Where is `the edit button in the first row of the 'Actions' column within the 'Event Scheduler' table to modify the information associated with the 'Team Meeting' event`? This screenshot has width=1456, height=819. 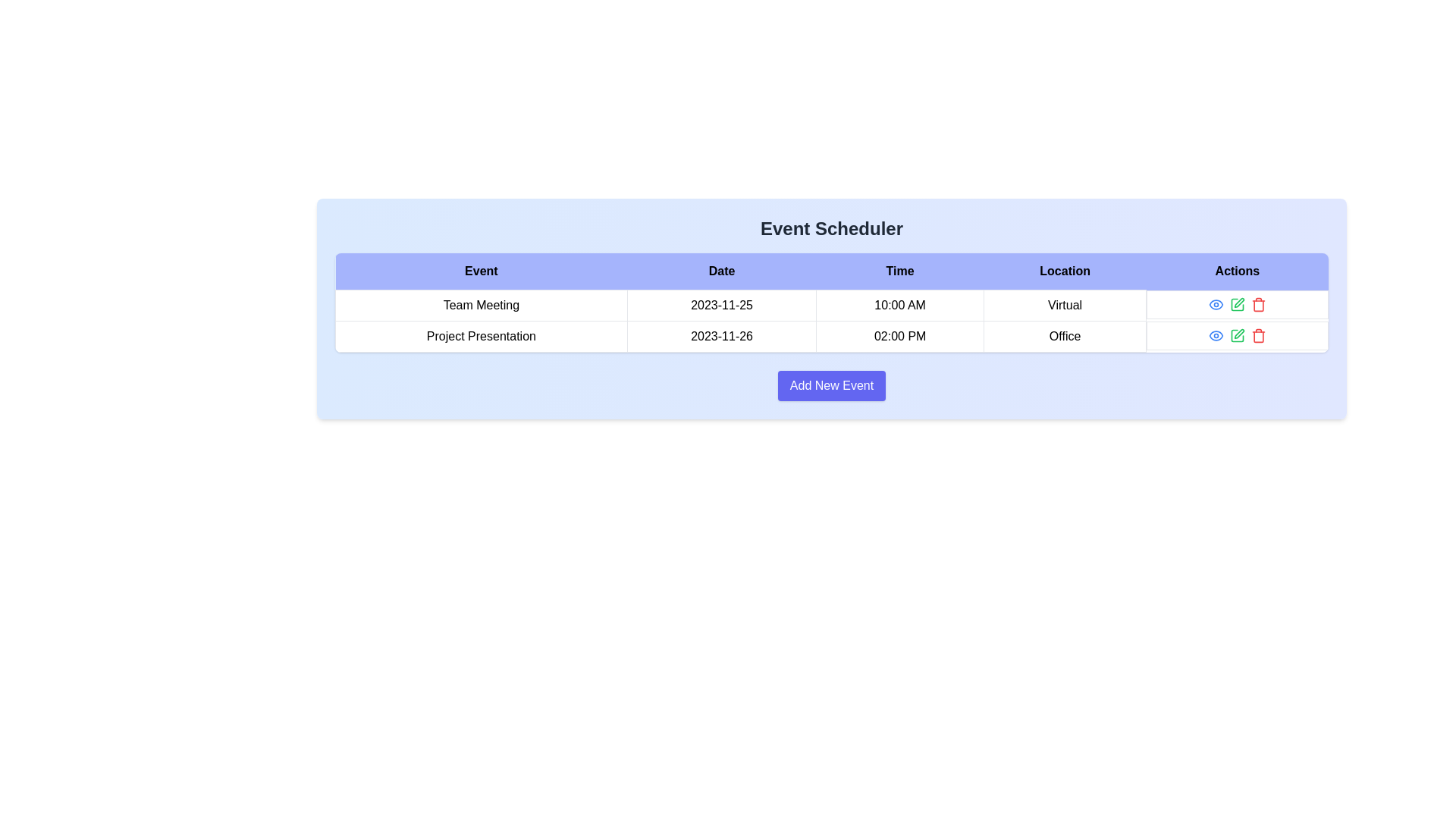
the edit button in the first row of the 'Actions' column within the 'Event Scheduler' table to modify the information associated with the 'Team Meeting' event is located at coordinates (1238, 304).